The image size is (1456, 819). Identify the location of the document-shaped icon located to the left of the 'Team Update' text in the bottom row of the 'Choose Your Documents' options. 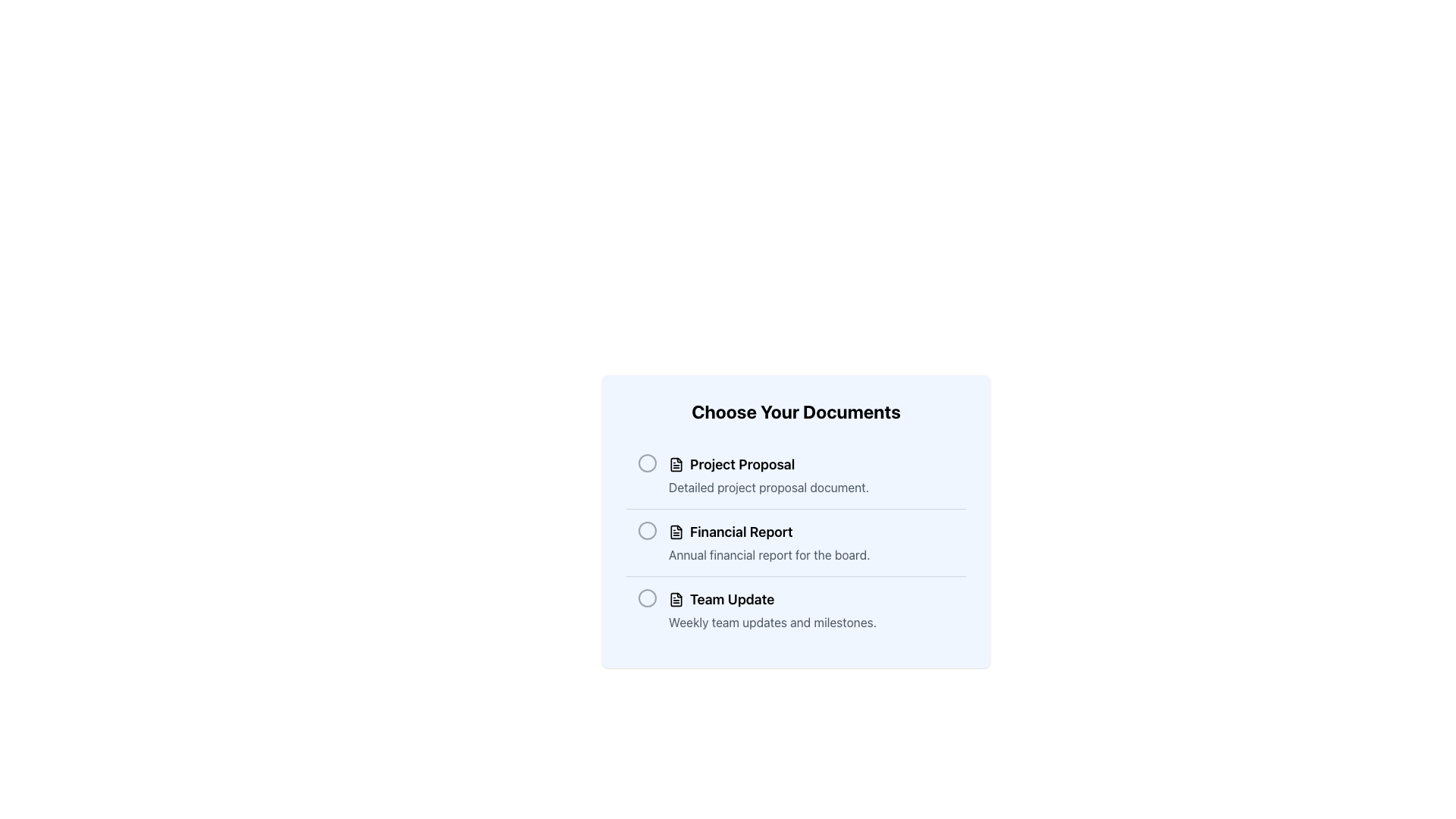
(676, 598).